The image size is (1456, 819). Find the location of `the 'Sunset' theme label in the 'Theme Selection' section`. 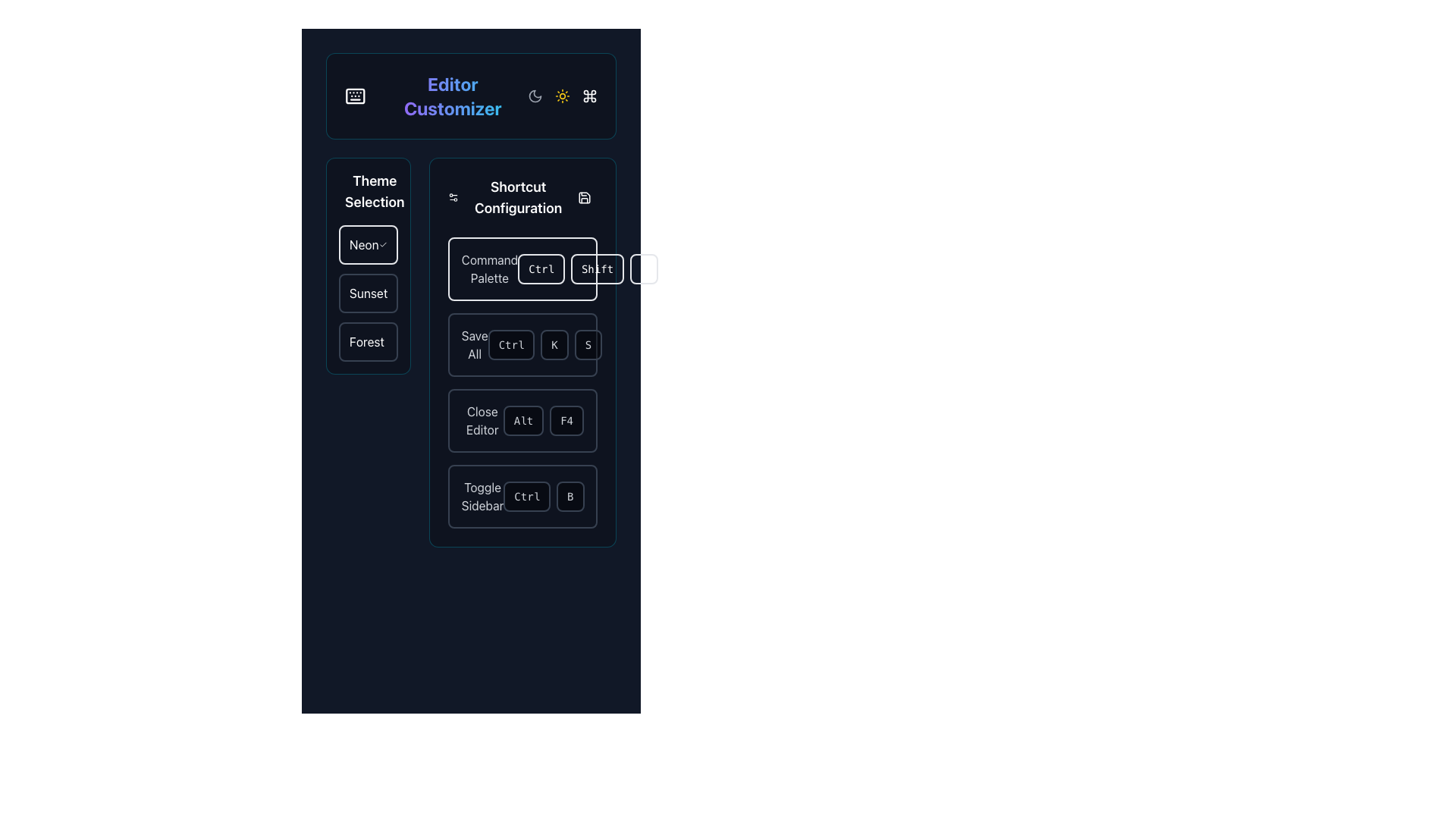

the 'Sunset' theme label in the 'Theme Selection' section is located at coordinates (369, 293).